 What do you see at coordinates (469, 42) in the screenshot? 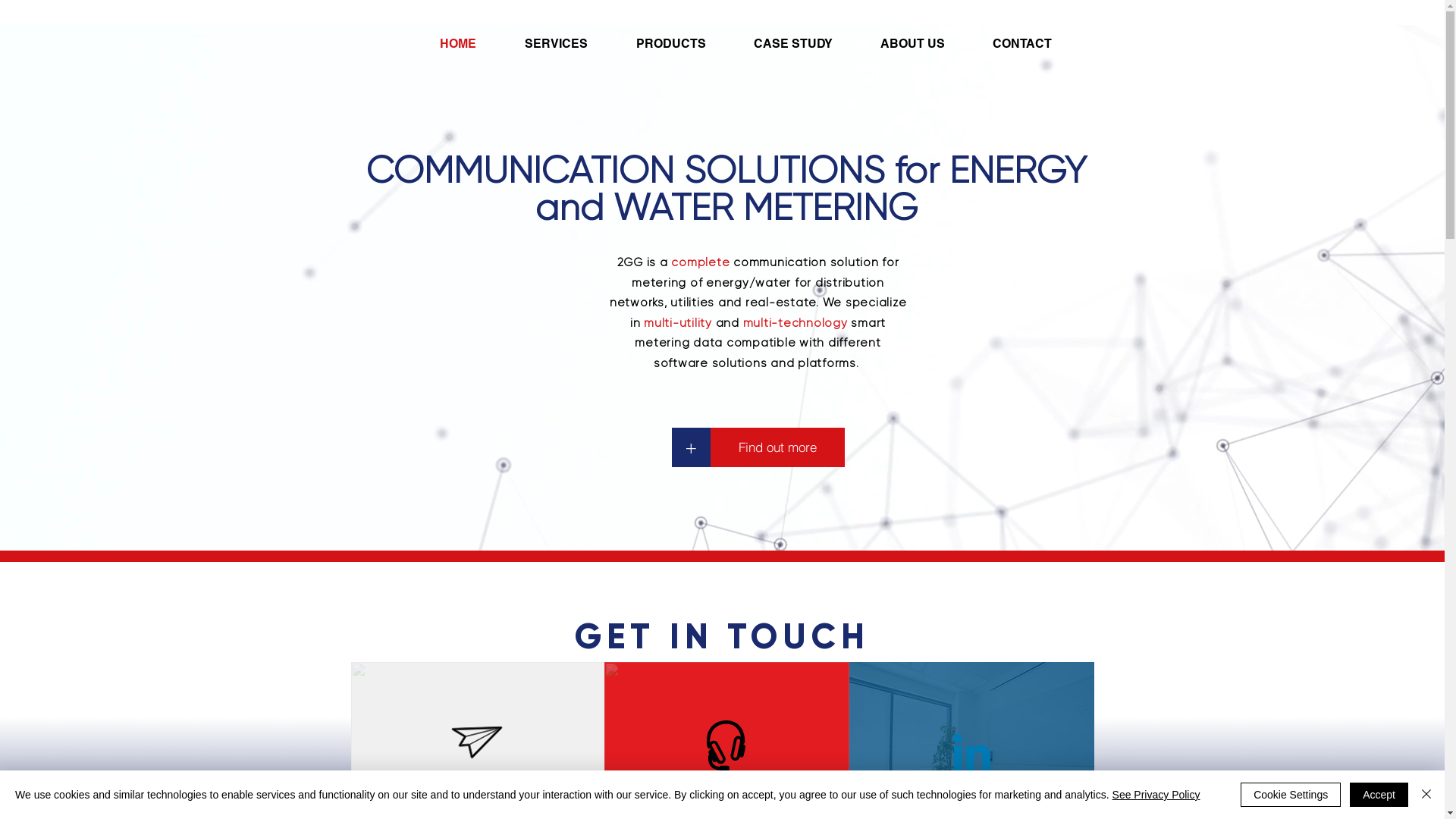
I see `'HOME'` at bounding box center [469, 42].